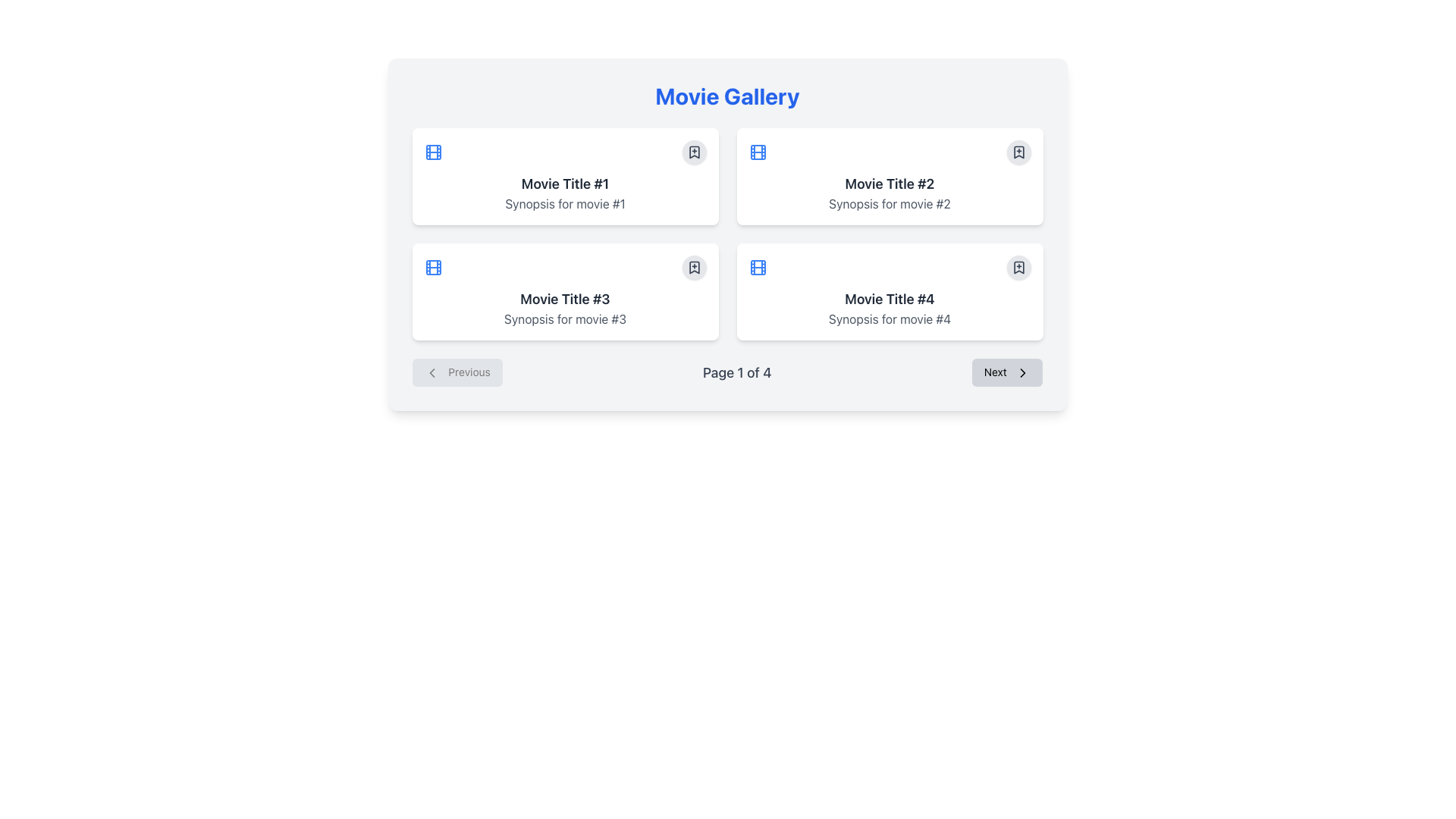 The width and height of the screenshot is (1456, 819). Describe the element at coordinates (1018, 152) in the screenshot. I see `the bookmark icon in the top-right corner of the 'Movie Title #2' card to mark the movie for later reference` at that location.